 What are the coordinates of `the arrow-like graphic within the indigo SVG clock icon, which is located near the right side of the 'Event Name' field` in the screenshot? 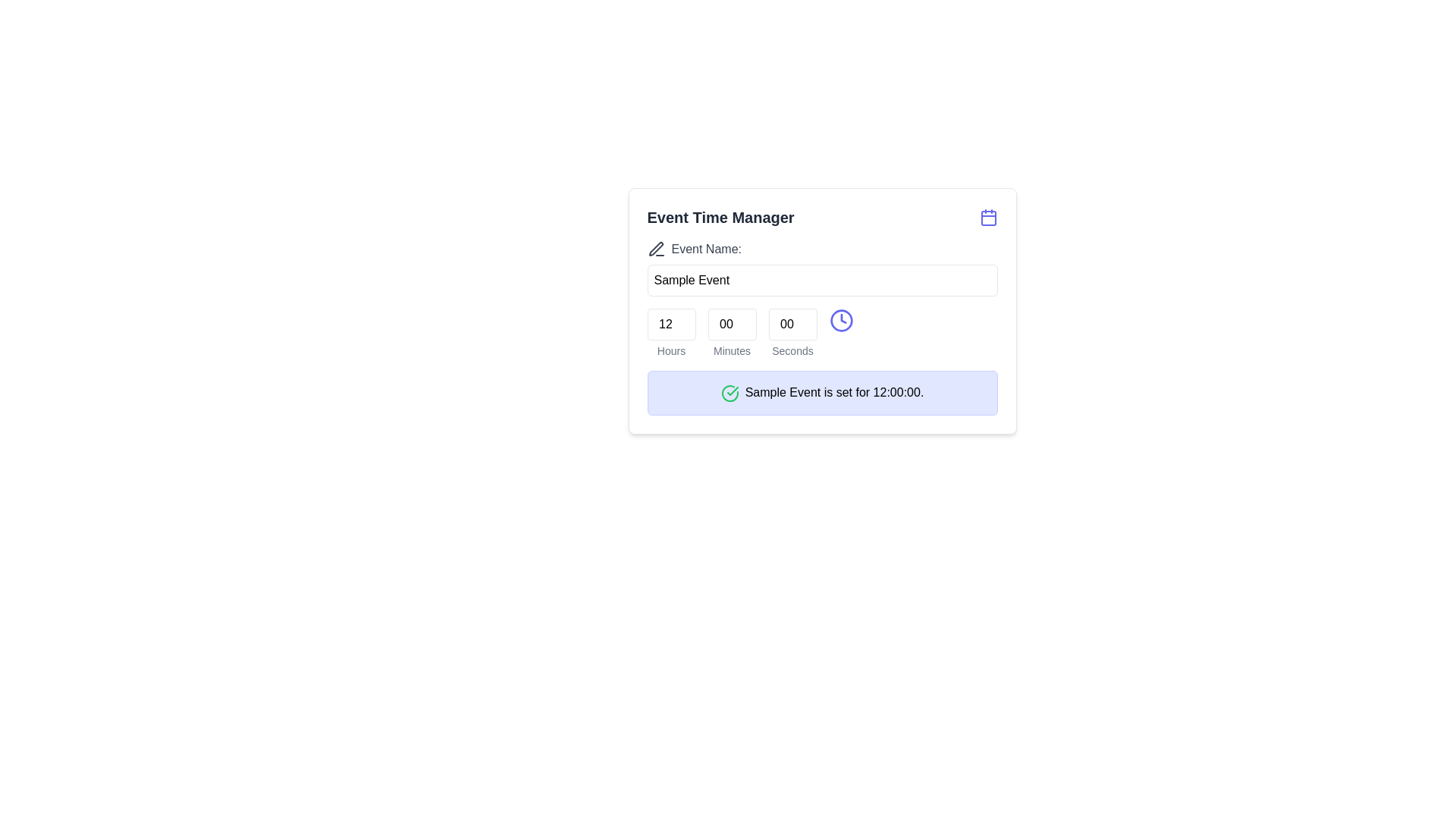 It's located at (843, 318).